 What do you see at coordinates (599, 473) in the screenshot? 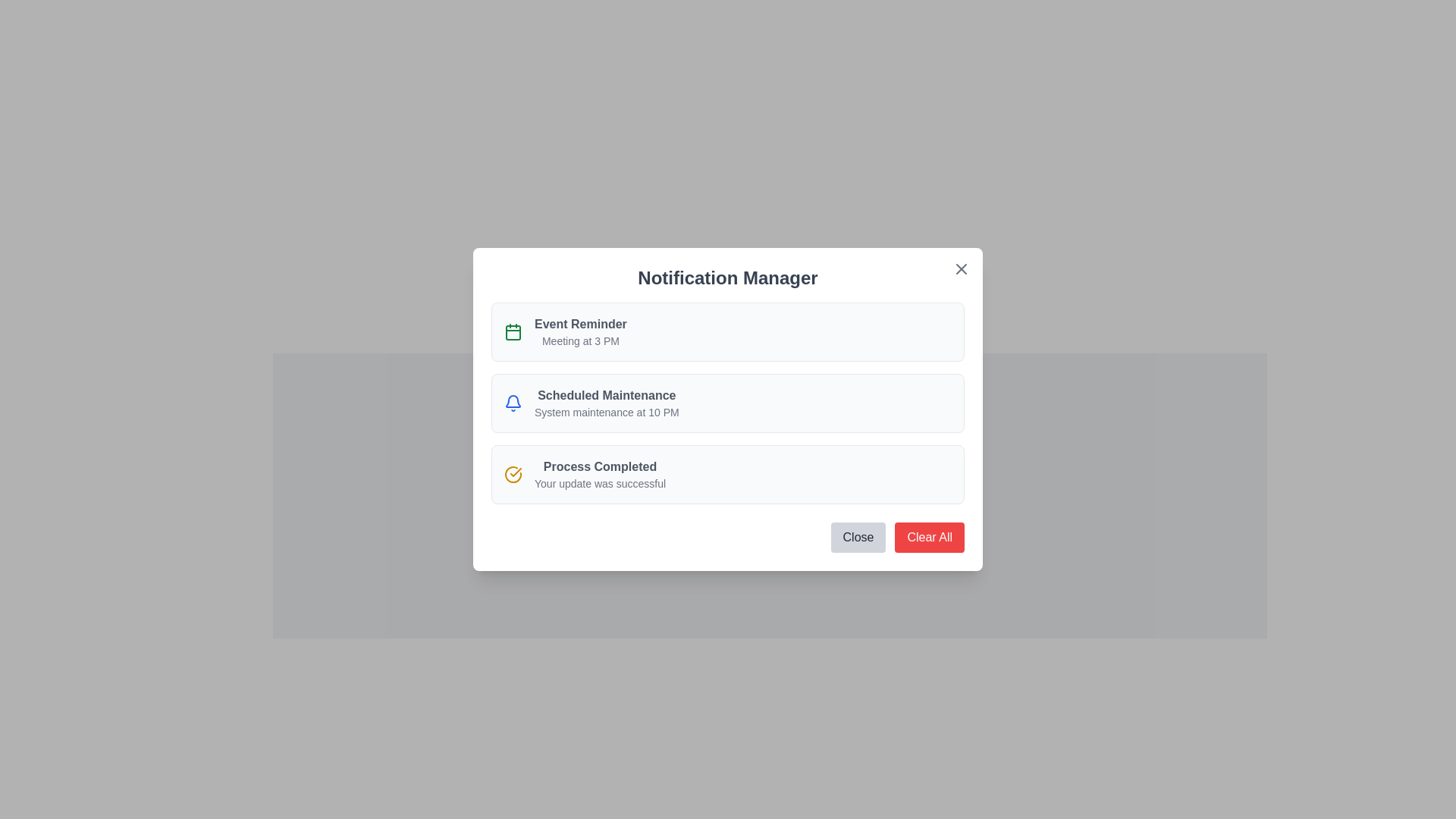
I see `notification message indicating that a process has successfully completed, located in the third box of the notification list below 'Scheduled Maintenance.'` at bounding box center [599, 473].